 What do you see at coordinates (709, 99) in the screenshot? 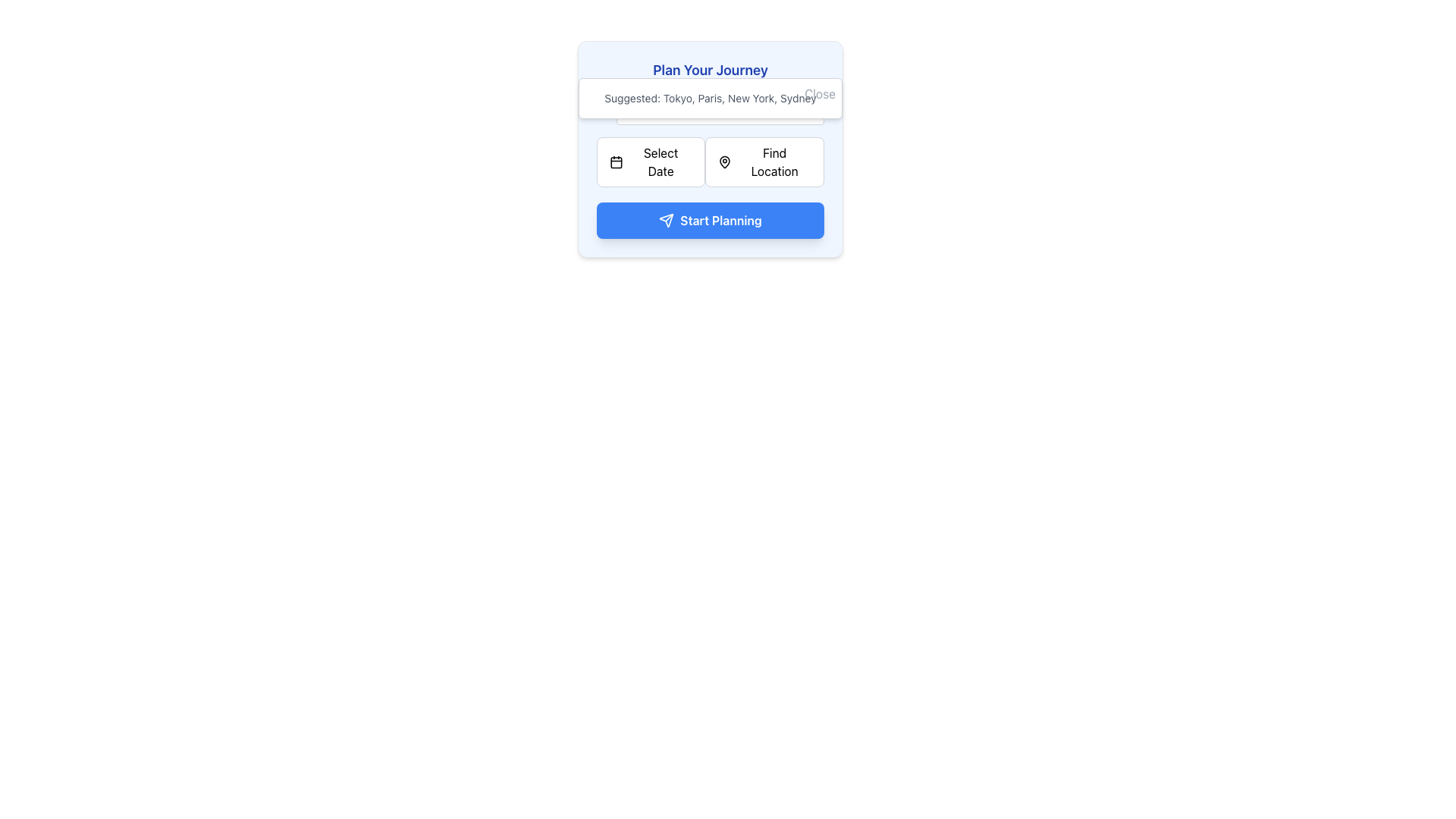
I see `the suggested names 'Tokyo', 'Paris', 'New York', or 'Sydney' in the informational panel located below the 'Plan Your Journey' heading` at bounding box center [709, 99].